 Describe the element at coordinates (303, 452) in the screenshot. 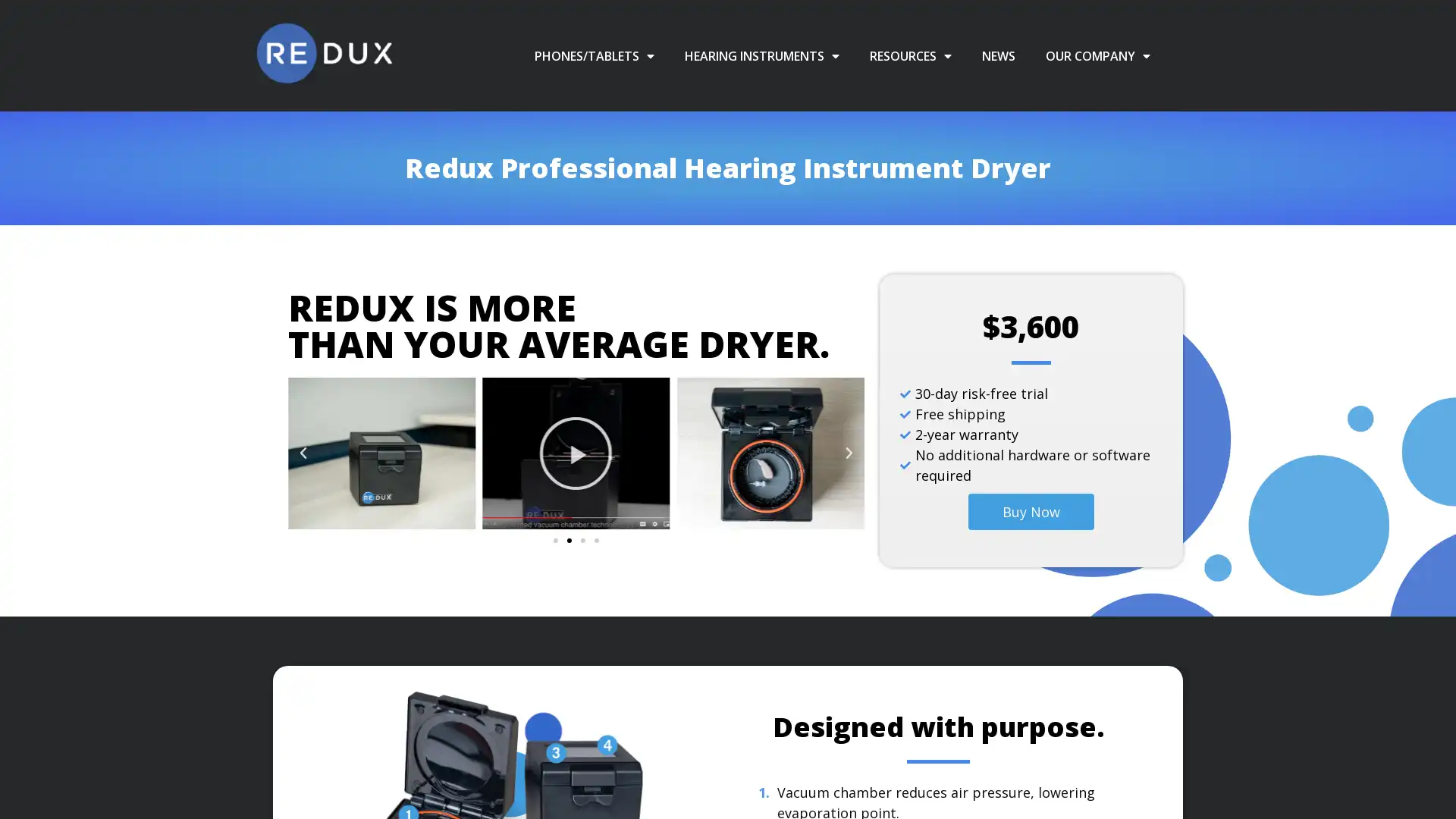

I see `Previous slide` at that location.